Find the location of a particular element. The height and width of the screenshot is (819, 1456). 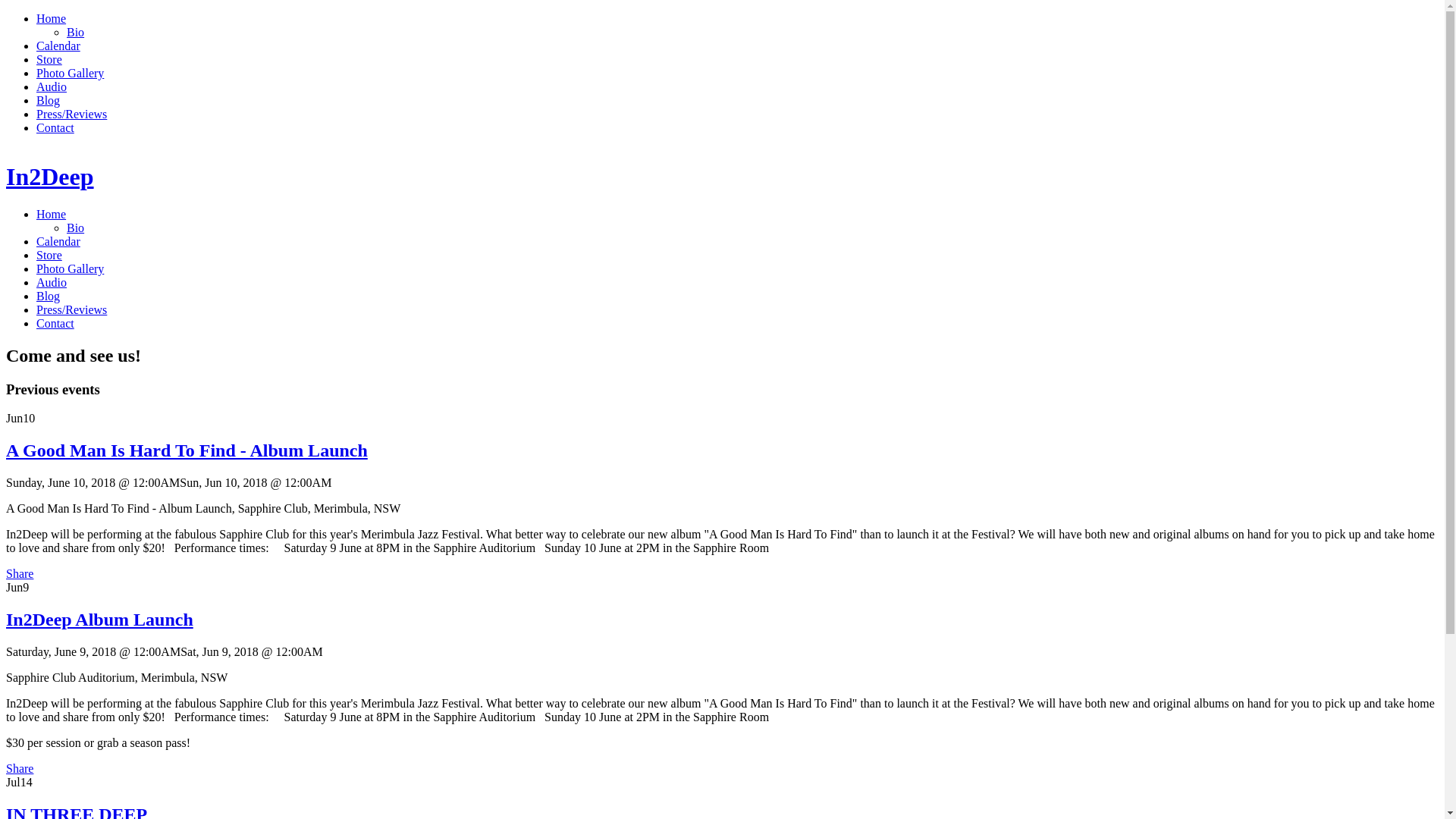

'Calendar' is located at coordinates (58, 240).